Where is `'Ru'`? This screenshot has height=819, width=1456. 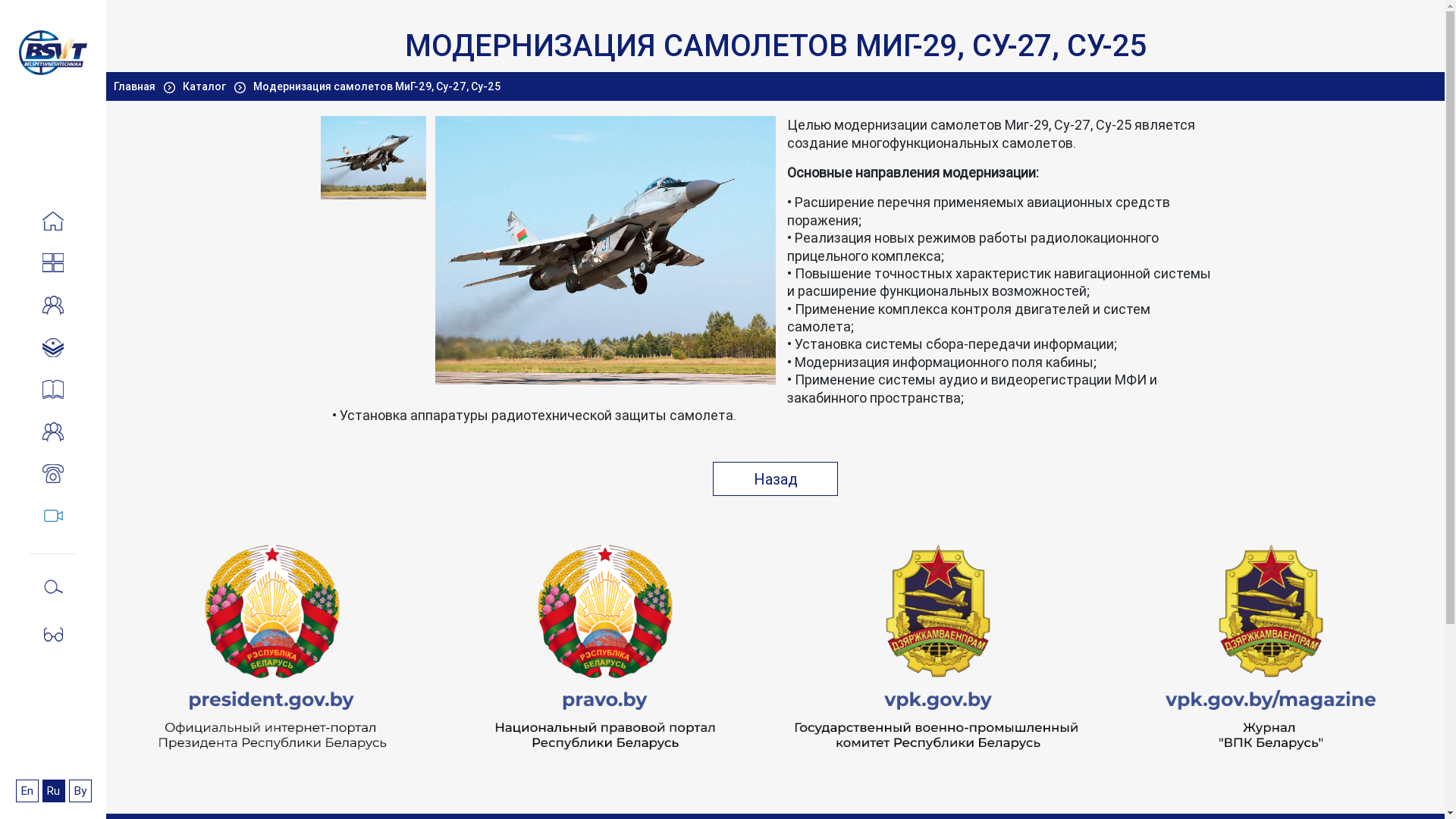 'Ru' is located at coordinates (54, 789).